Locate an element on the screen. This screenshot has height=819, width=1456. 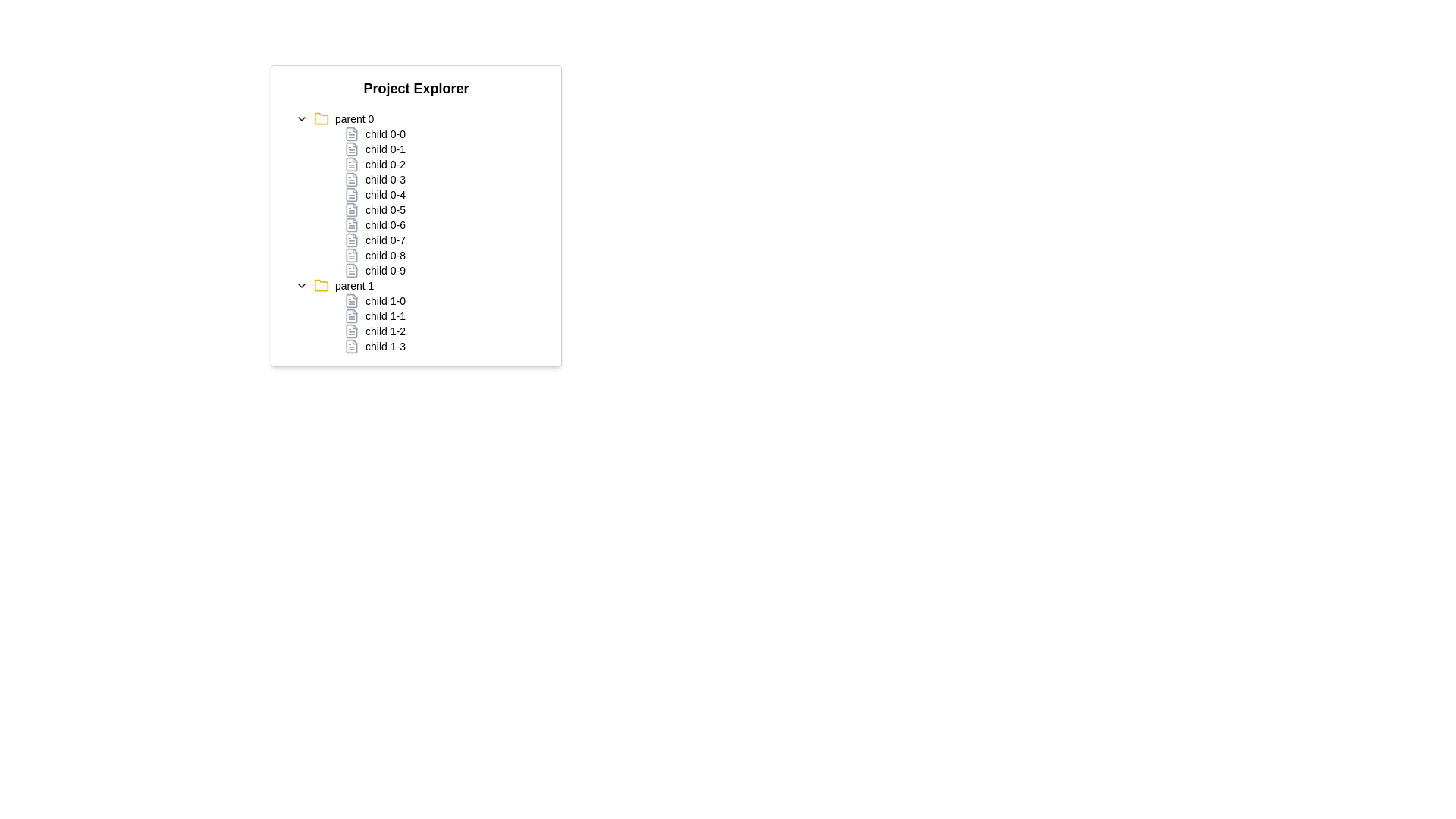
the bold text labeled 'Project Explorer' located at the top of the panel is located at coordinates (416, 88).